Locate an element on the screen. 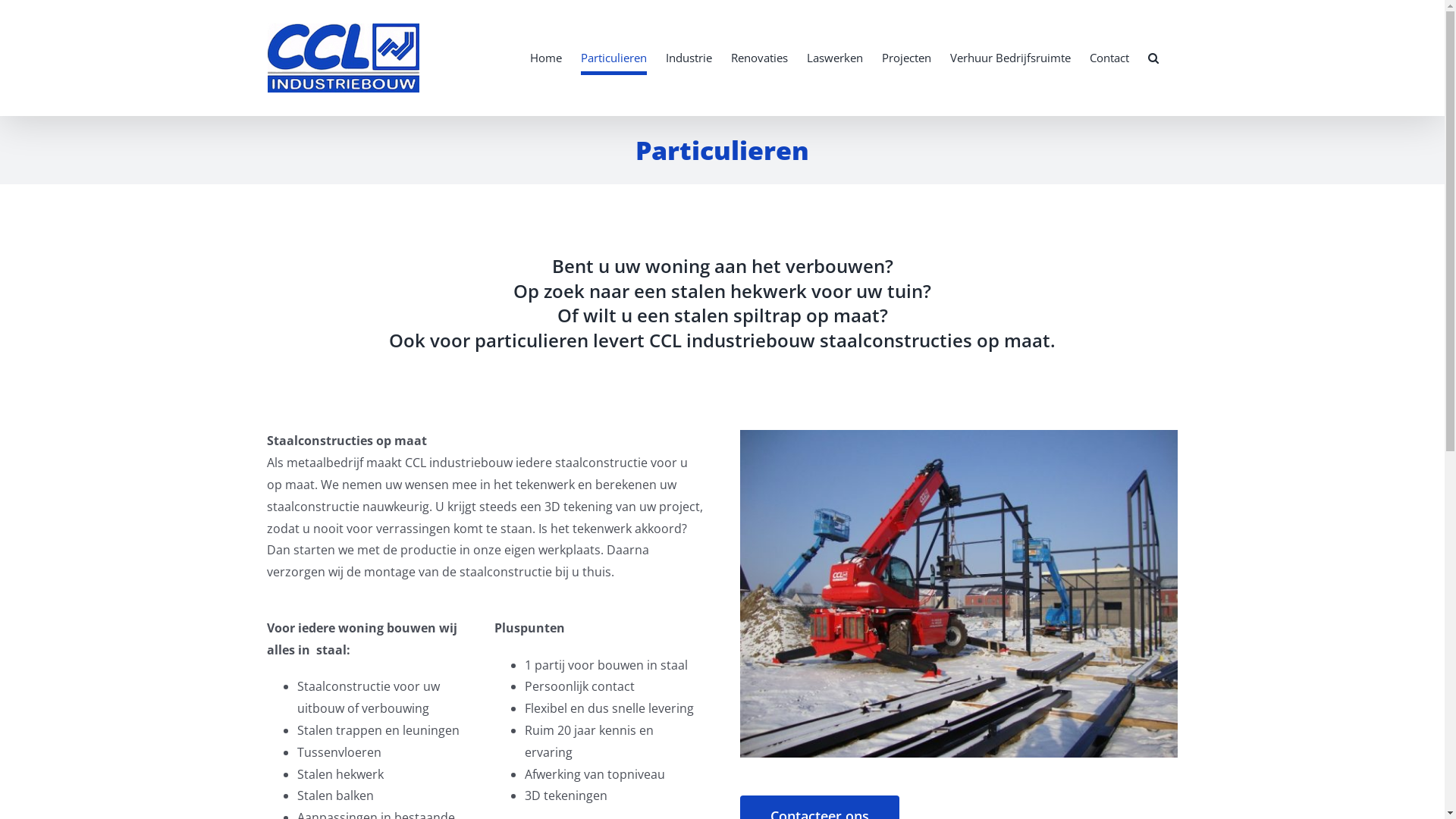  'Home' is located at coordinates (545, 57).